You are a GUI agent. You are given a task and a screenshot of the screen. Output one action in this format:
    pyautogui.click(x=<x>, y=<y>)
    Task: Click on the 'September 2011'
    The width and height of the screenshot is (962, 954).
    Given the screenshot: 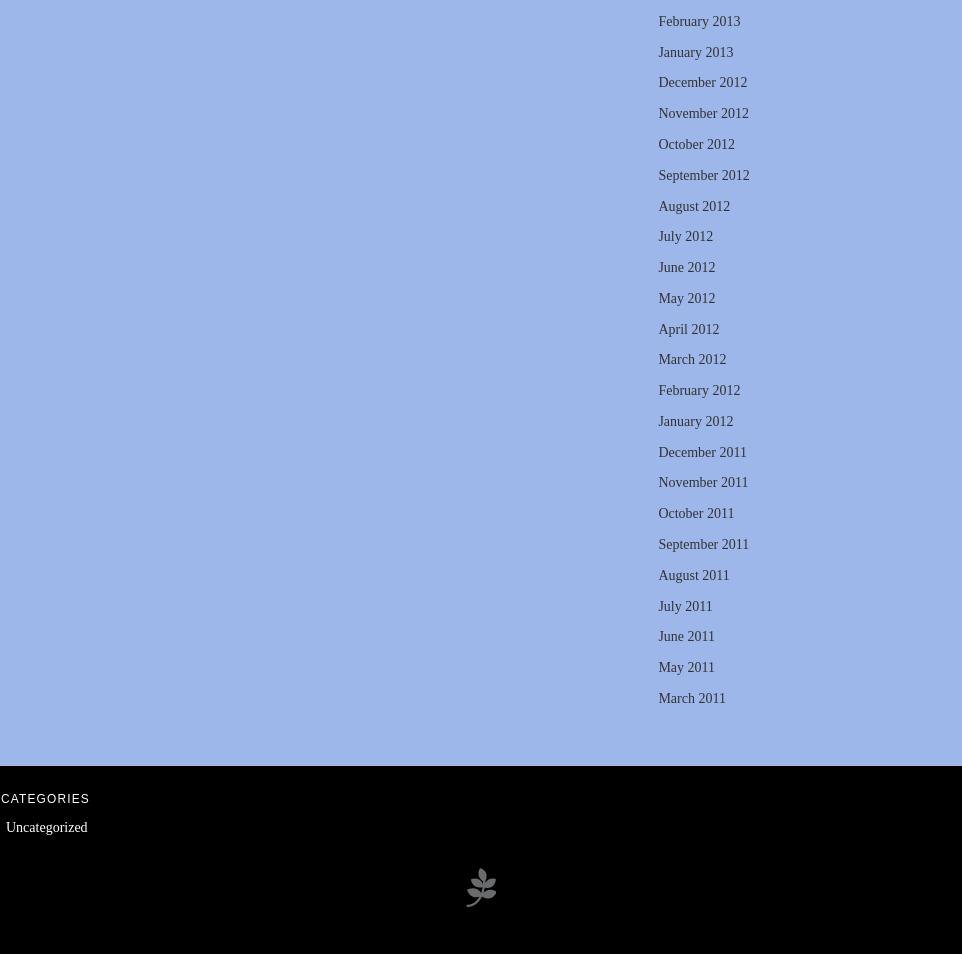 What is the action you would take?
    pyautogui.click(x=702, y=542)
    